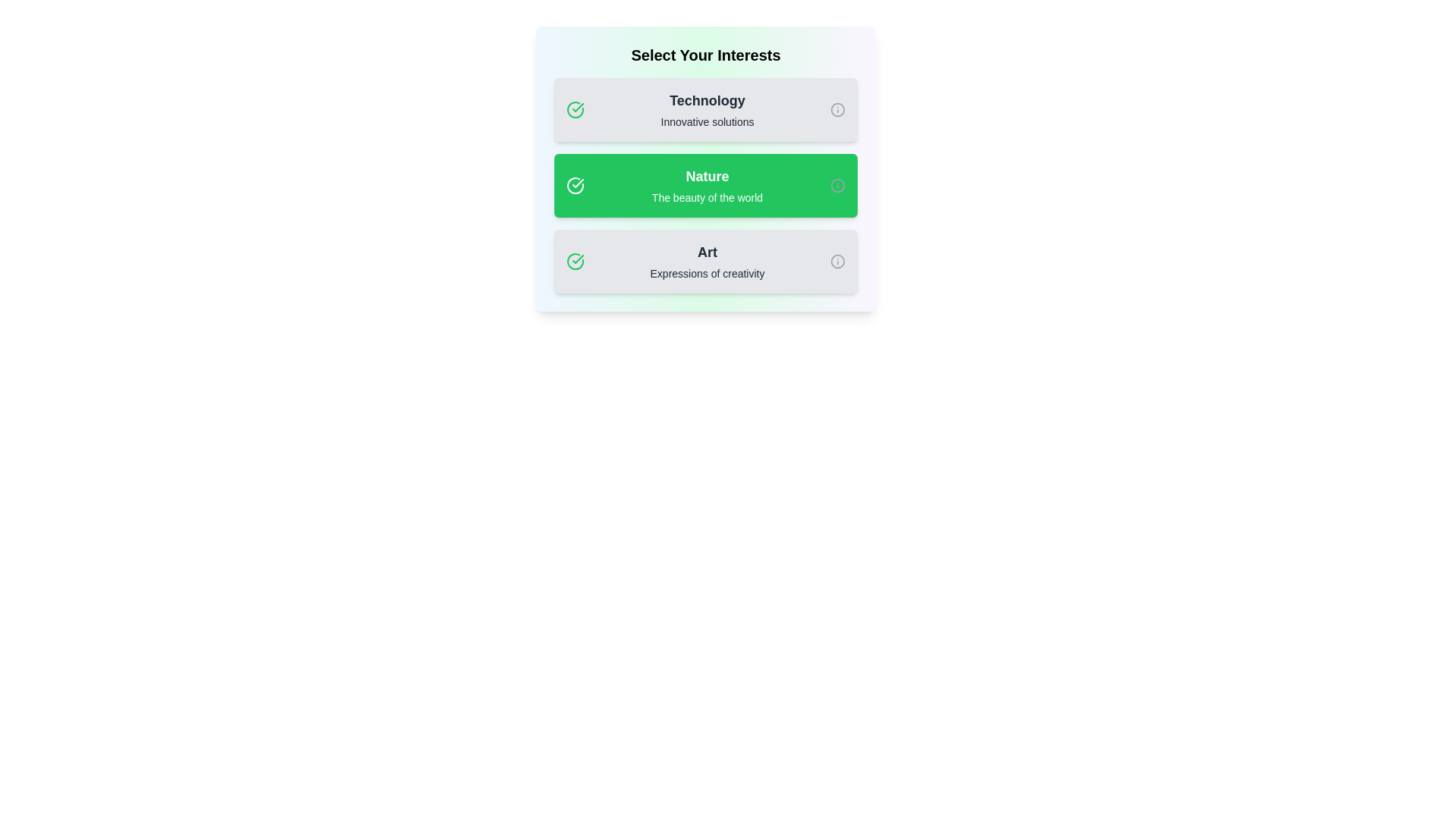 Image resolution: width=1456 pixels, height=819 pixels. I want to click on the info icon next to the tag labeled 'Technology' to read its description, so click(836, 109).